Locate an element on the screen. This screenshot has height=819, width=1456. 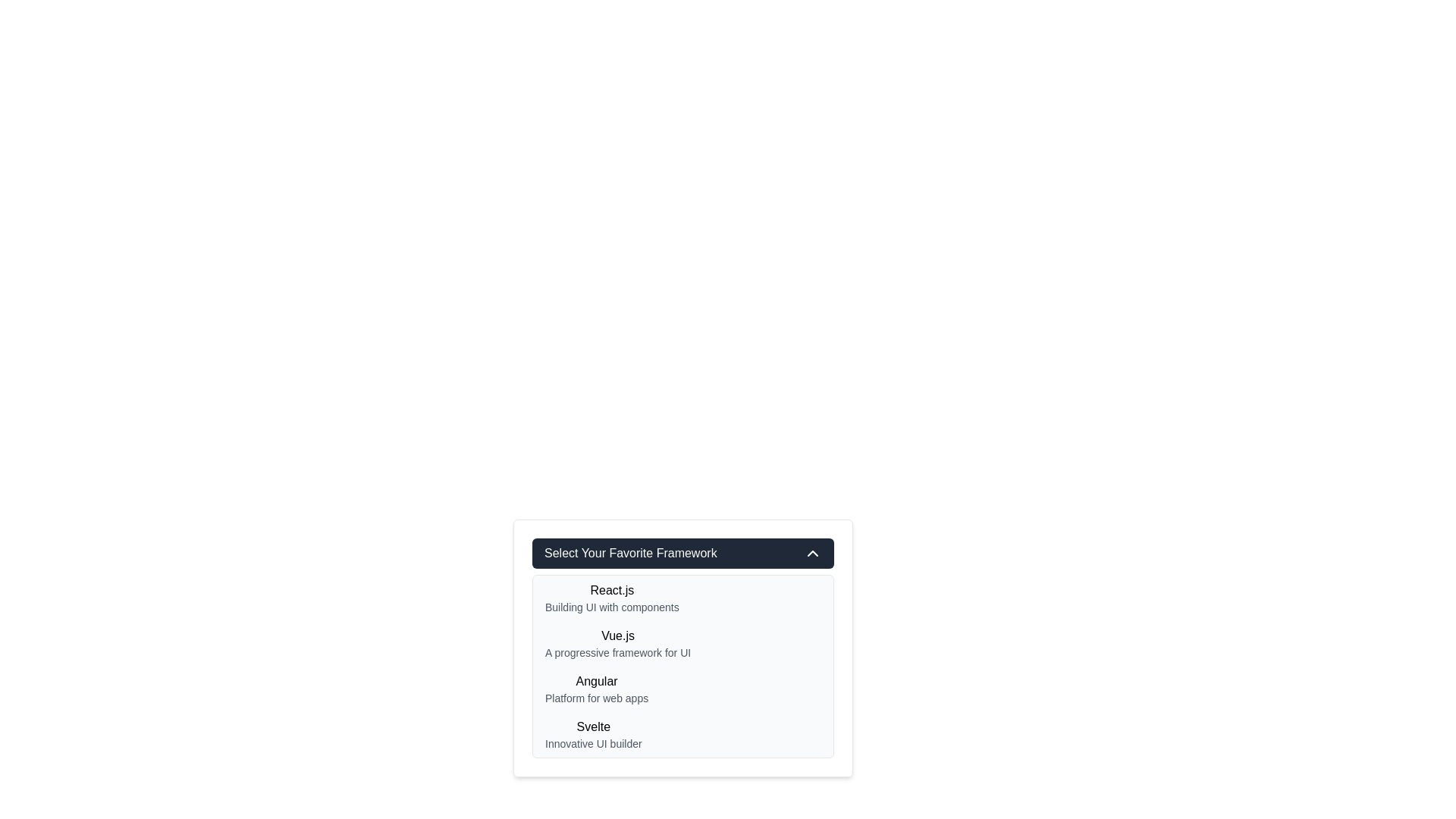
the first list item displaying 'React.js' to trigger the hover effect is located at coordinates (682, 598).